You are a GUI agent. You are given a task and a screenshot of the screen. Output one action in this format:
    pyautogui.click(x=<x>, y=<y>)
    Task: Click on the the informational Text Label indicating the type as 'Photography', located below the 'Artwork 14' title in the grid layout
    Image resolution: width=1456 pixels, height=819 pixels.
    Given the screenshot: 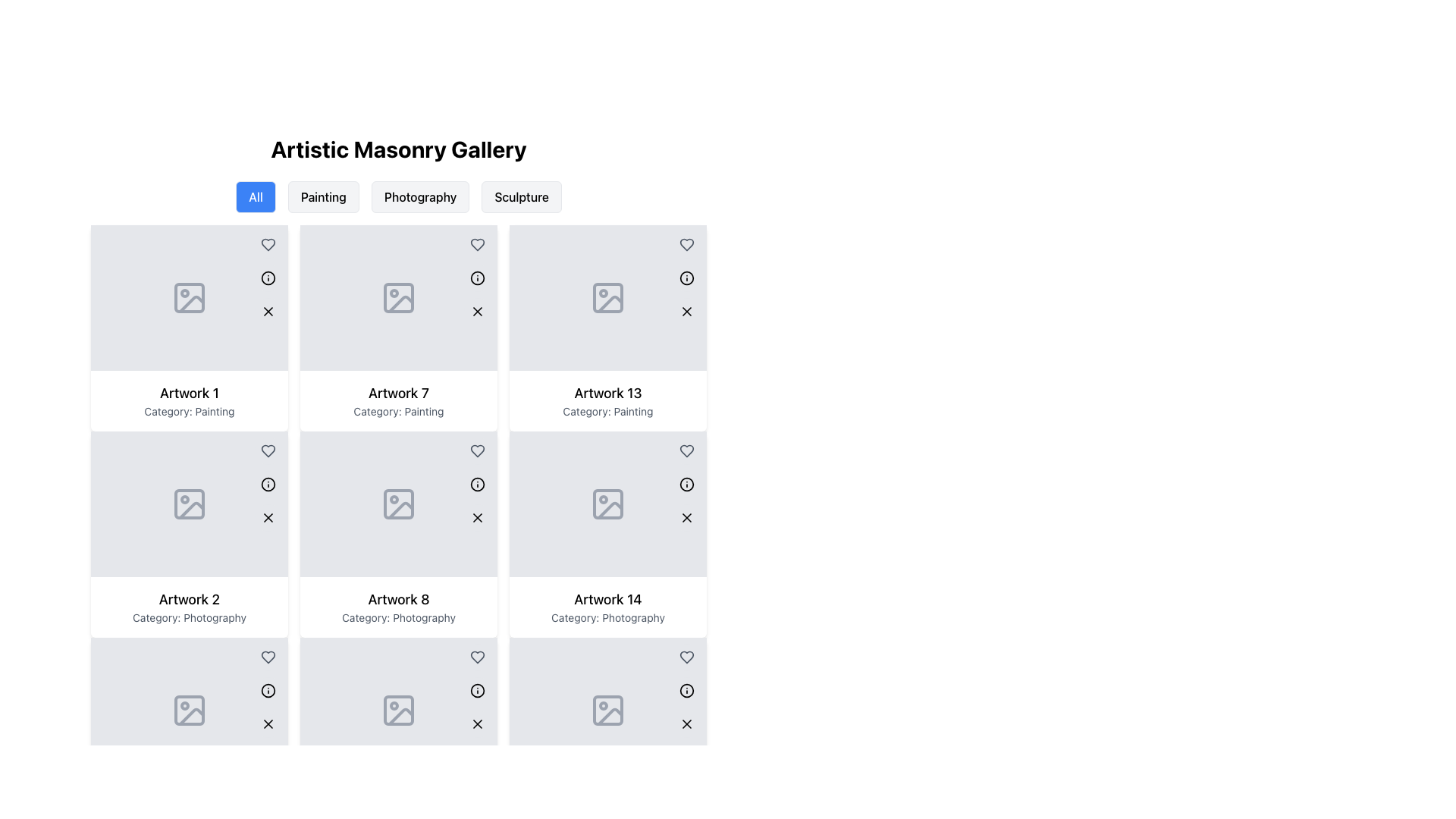 What is the action you would take?
    pyautogui.click(x=607, y=617)
    